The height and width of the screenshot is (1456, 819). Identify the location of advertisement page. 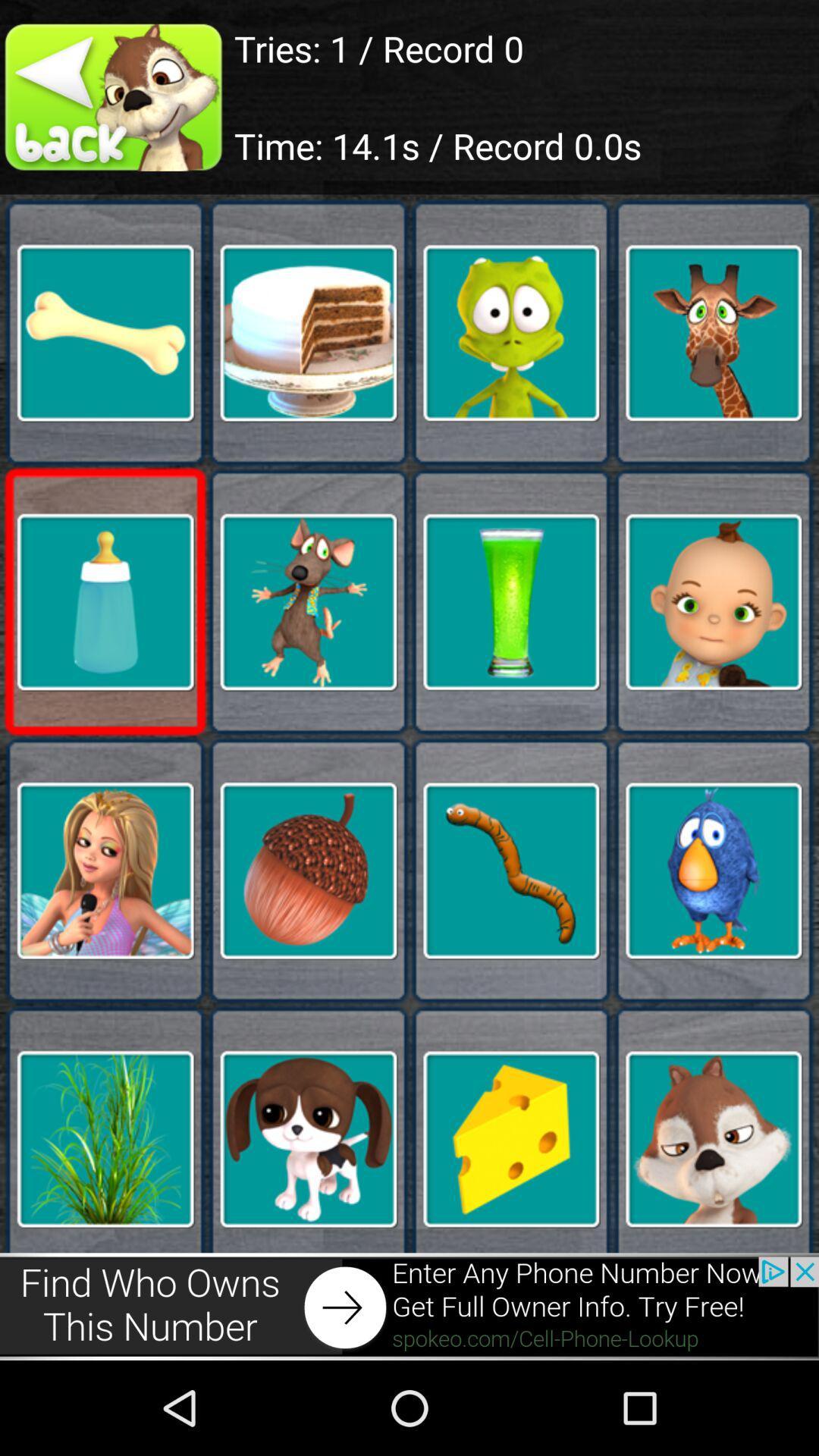
(409, 1306).